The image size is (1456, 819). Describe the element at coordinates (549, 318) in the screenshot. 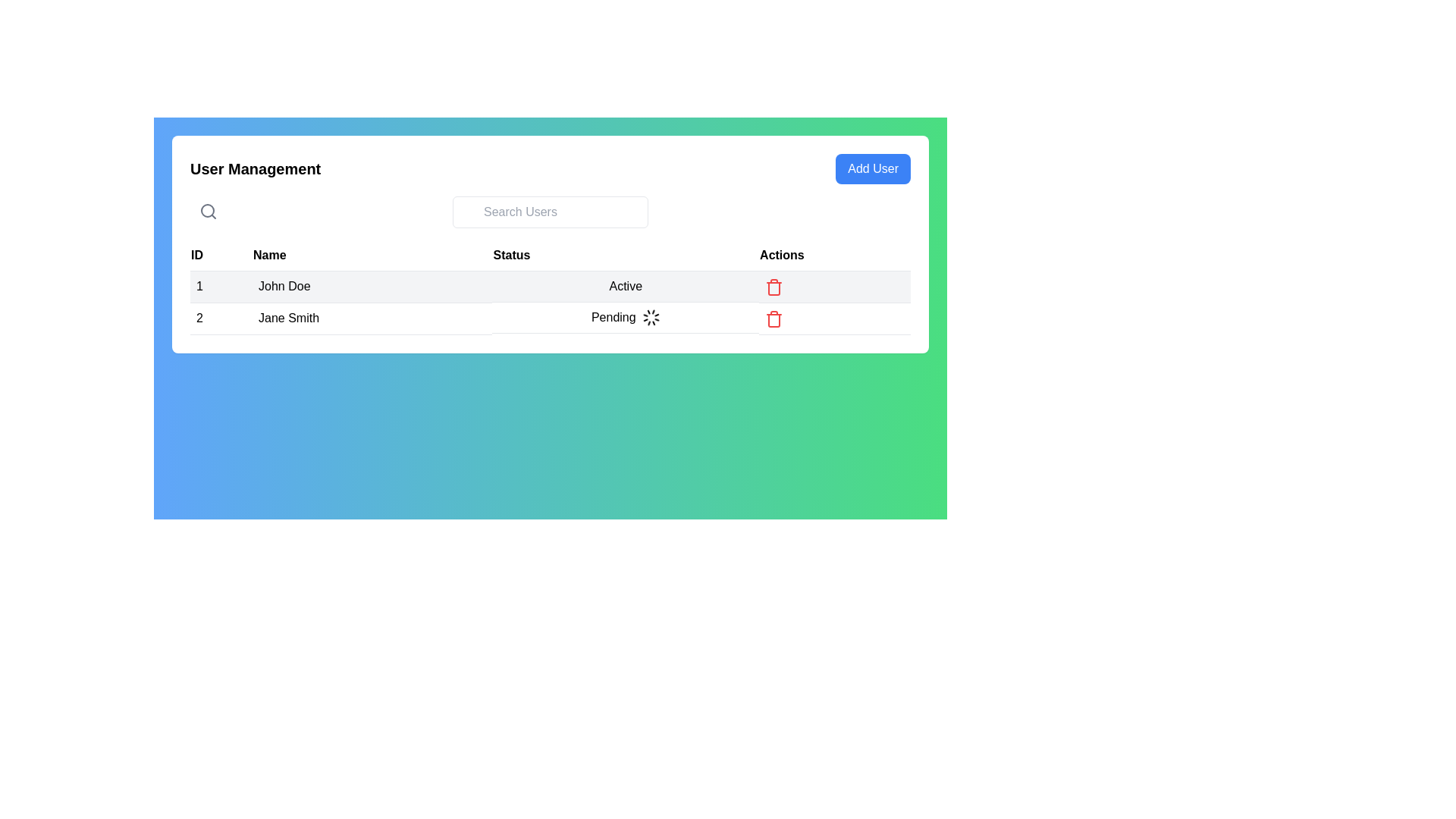

I see `the status cell in the second row of the 'User Management' table, which displays information about the user 'Jane Smith'` at that location.